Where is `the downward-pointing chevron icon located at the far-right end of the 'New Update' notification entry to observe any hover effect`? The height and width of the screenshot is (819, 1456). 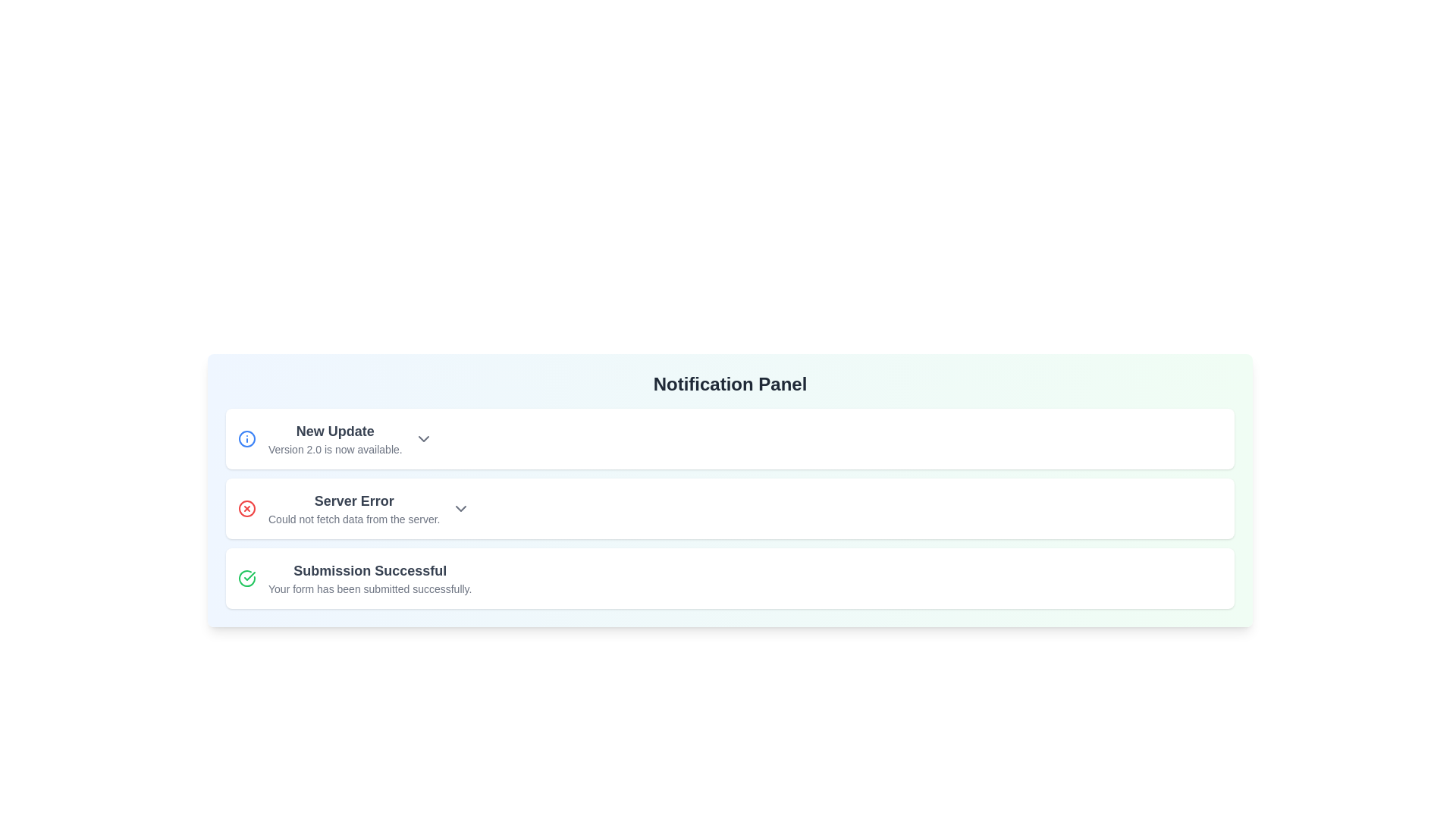
the downward-pointing chevron icon located at the far-right end of the 'New Update' notification entry to observe any hover effect is located at coordinates (423, 438).